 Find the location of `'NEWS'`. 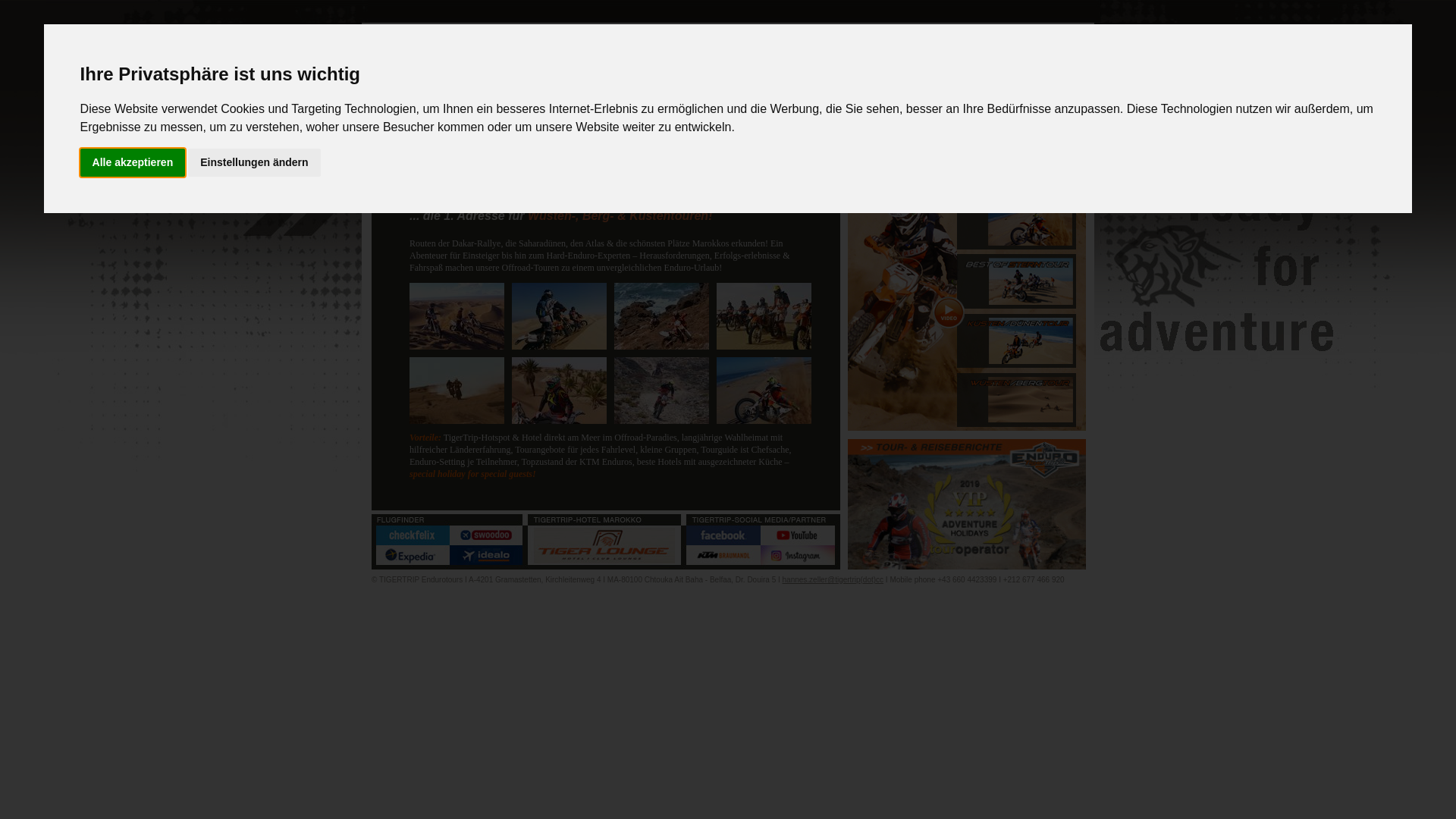

'NEWS' is located at coordinates (371, 154).